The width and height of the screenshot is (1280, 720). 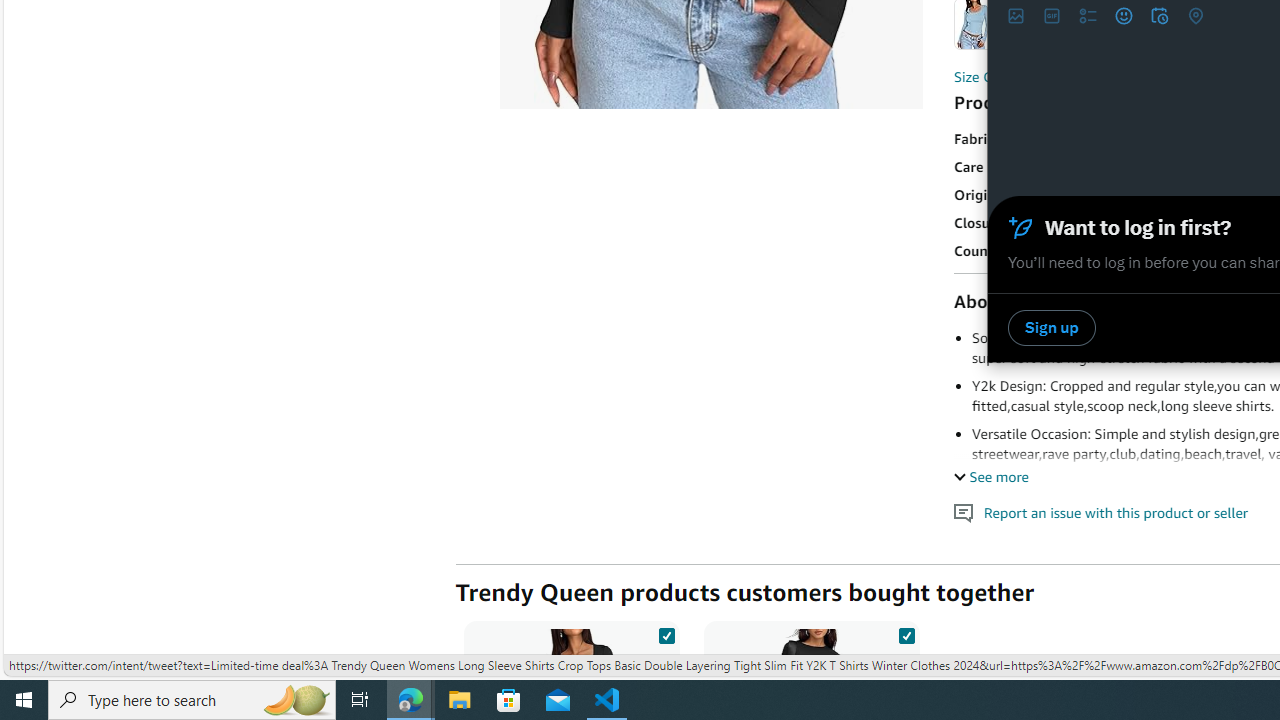 What do you see at coordinates (666, 632) in the screenshot?
I see `'AutomationID: thematicBundleCheck-1'` at bounding box center [666, 632].